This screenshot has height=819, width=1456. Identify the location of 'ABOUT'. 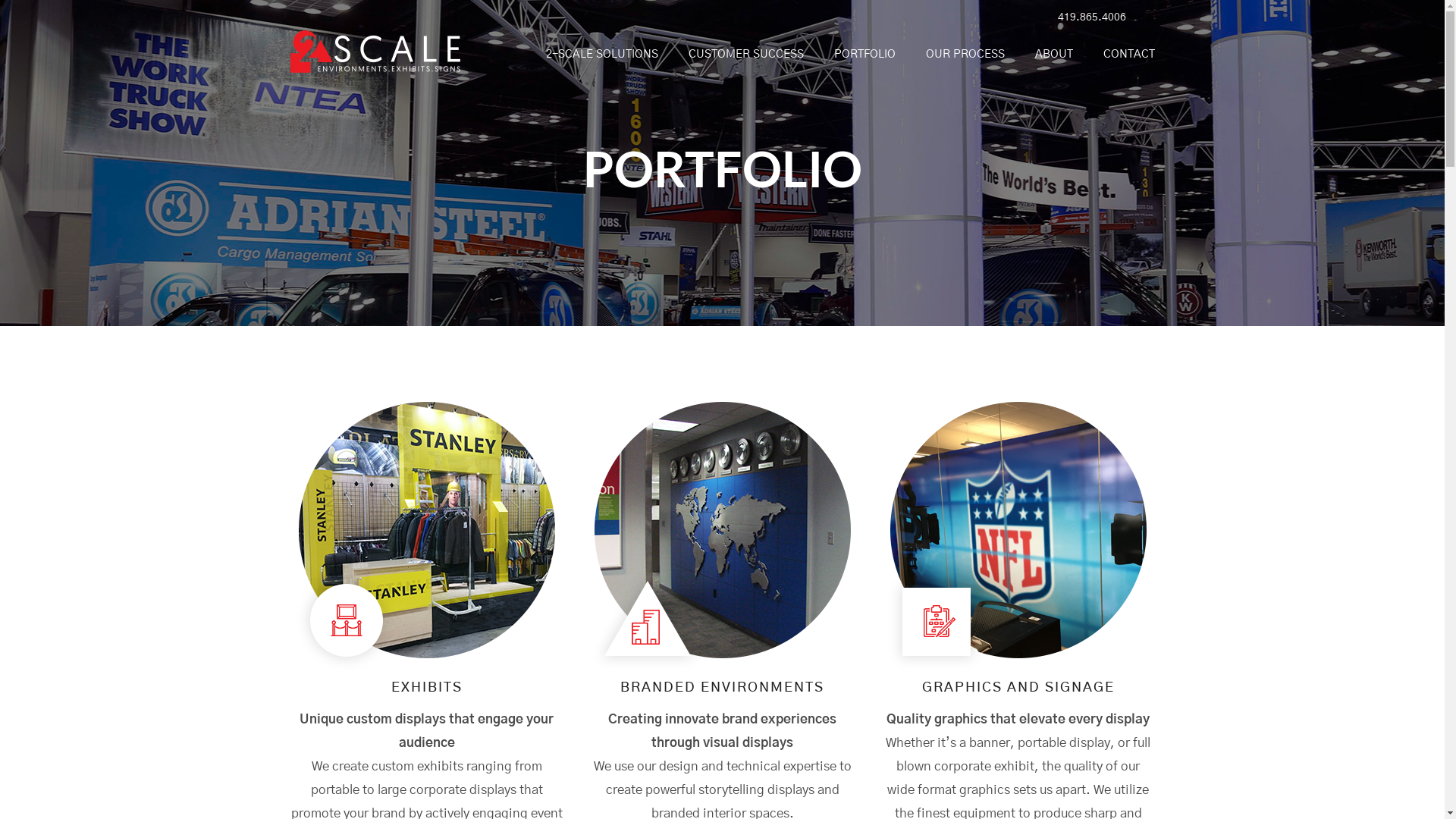
(1052, 54).